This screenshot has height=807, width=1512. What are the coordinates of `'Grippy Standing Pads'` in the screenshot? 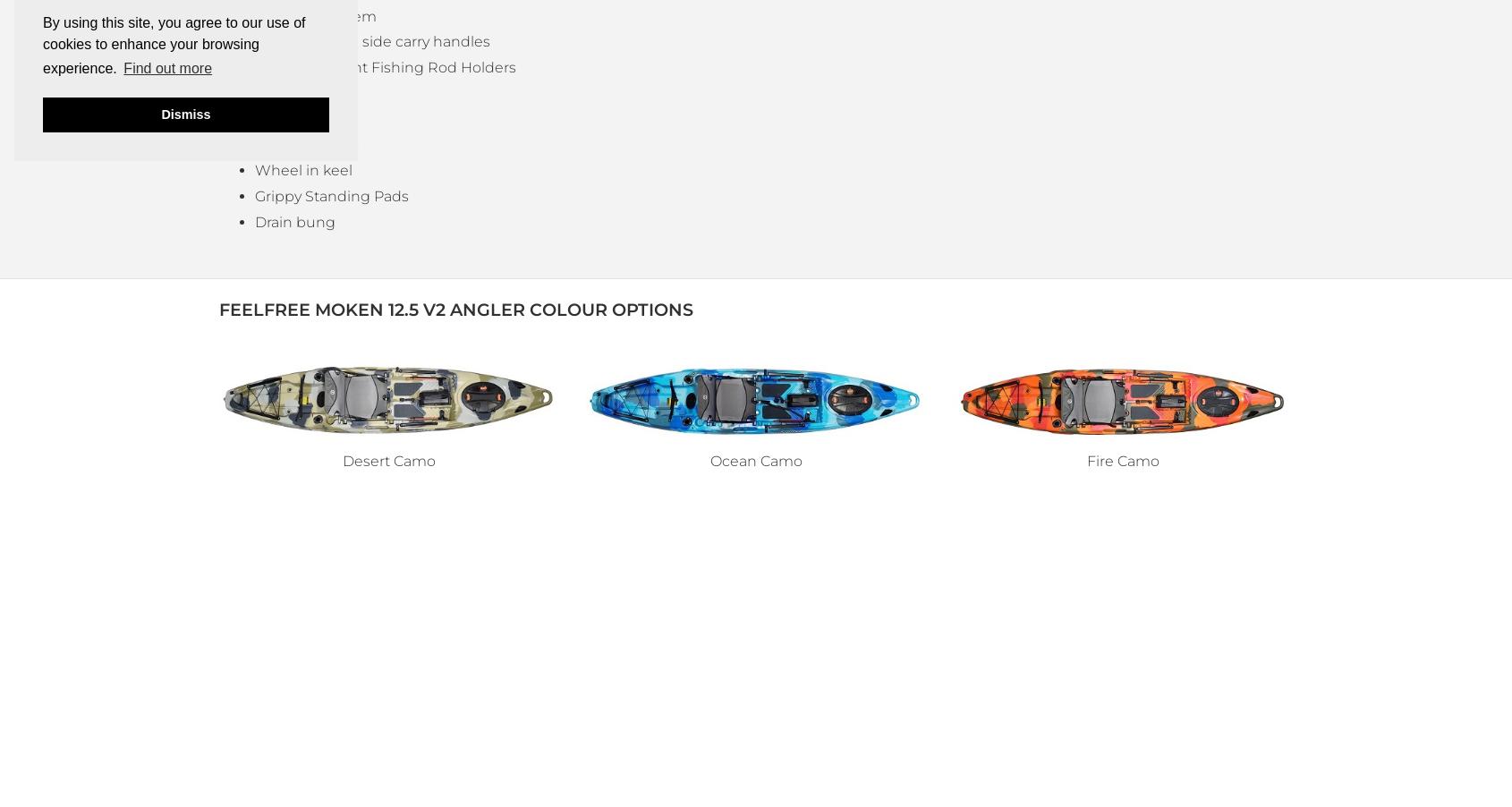 It's located at (254, 195).